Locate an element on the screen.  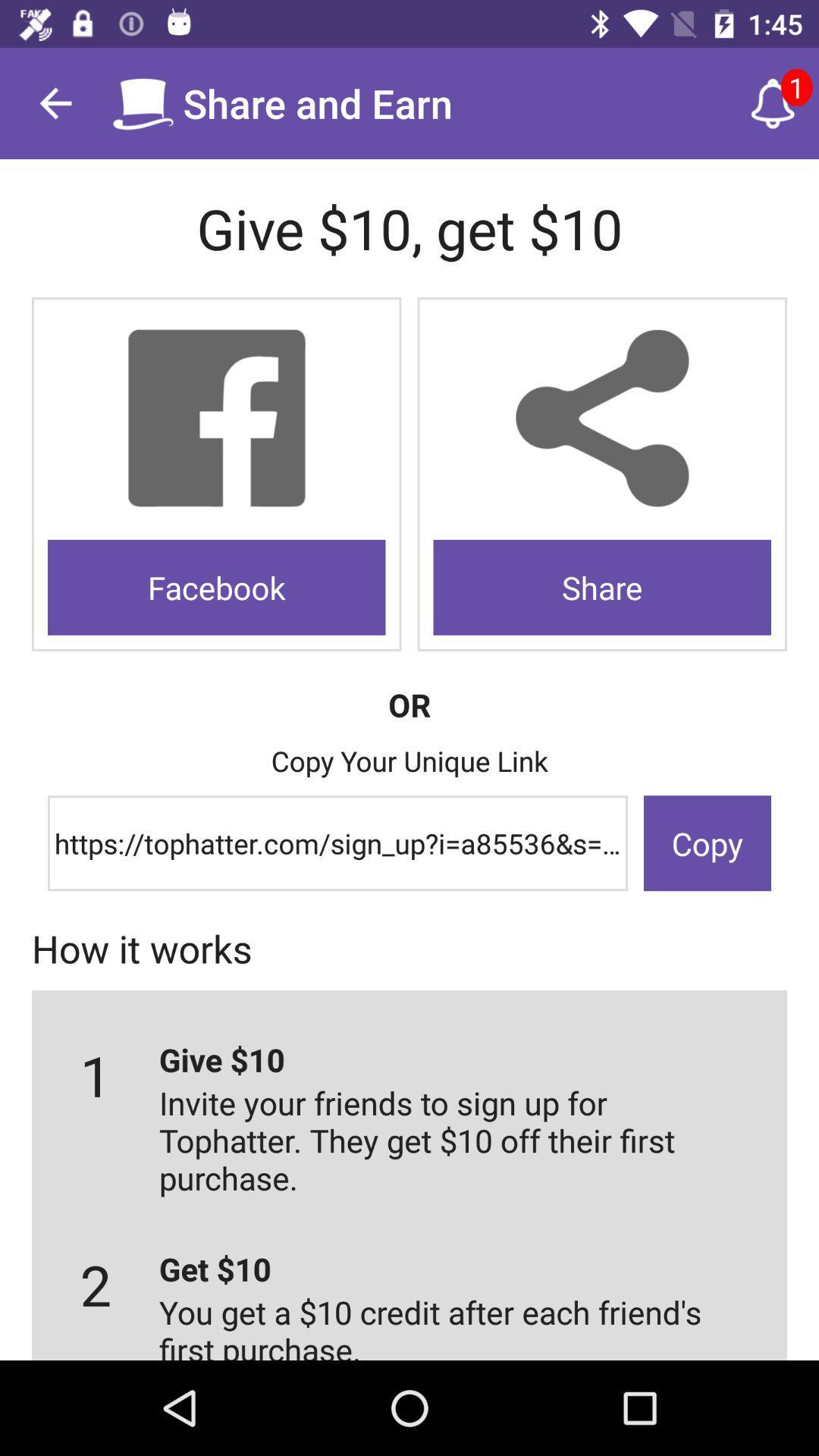
the facebook is located at coordinates (216, 586).